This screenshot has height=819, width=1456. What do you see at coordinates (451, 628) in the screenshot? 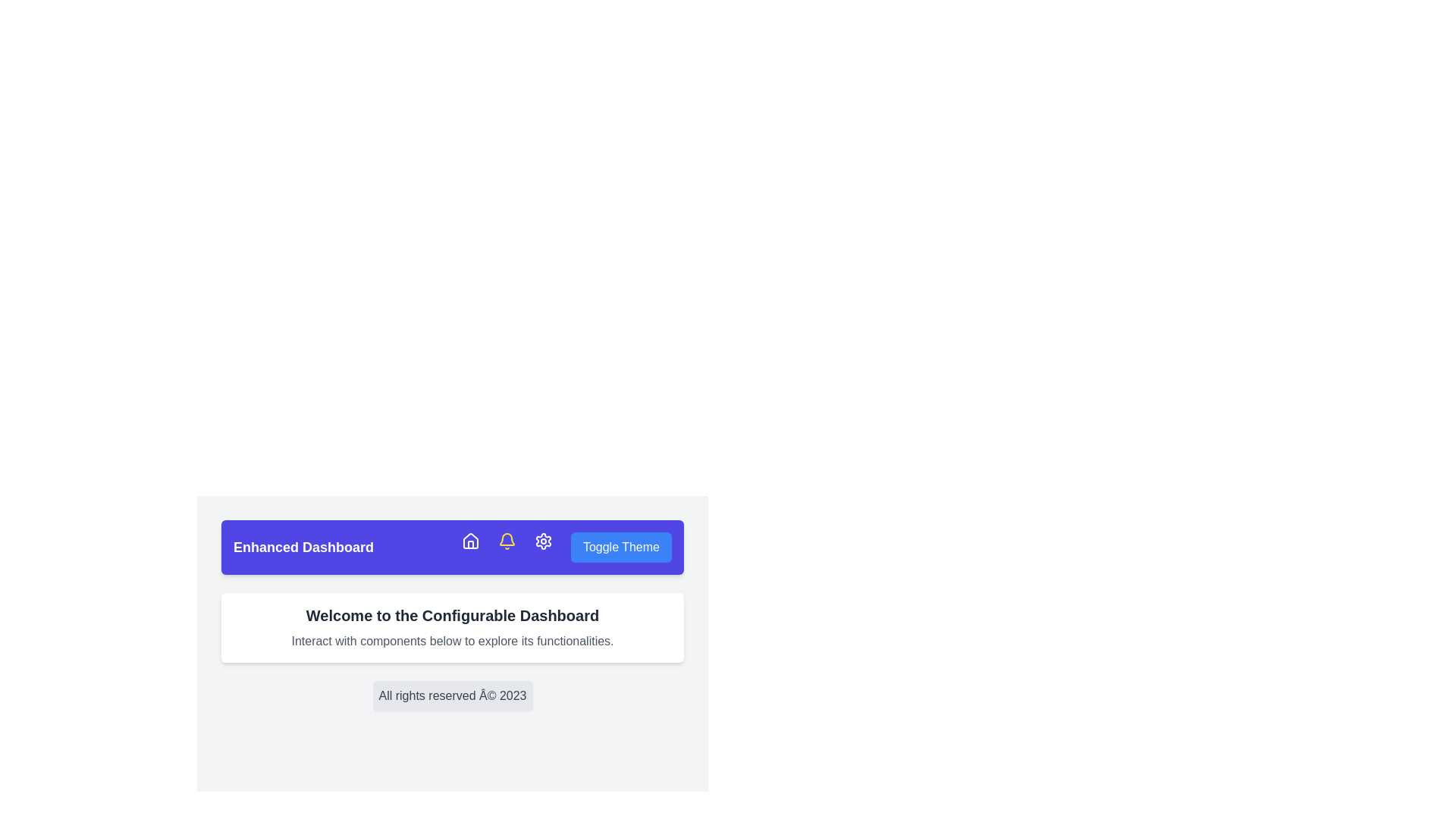
I see `the informational text block that contains the message 'Welcome to the Configurable Dashboard' and 'Interact with components below` at bounding box center [451, 628].